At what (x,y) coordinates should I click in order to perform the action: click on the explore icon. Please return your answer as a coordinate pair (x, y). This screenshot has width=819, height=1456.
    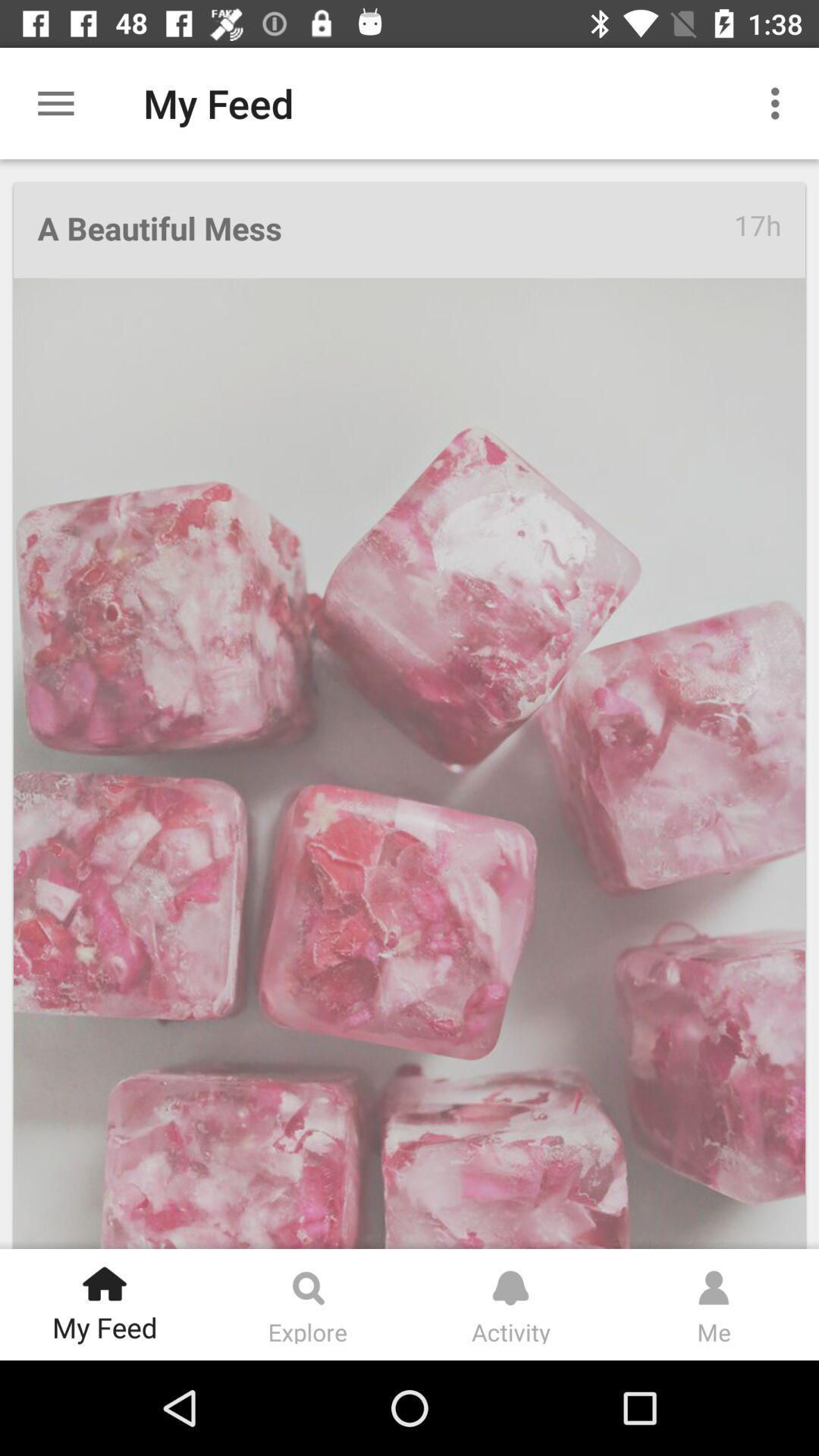
    Looking at the image, I should click on (307, 1280).